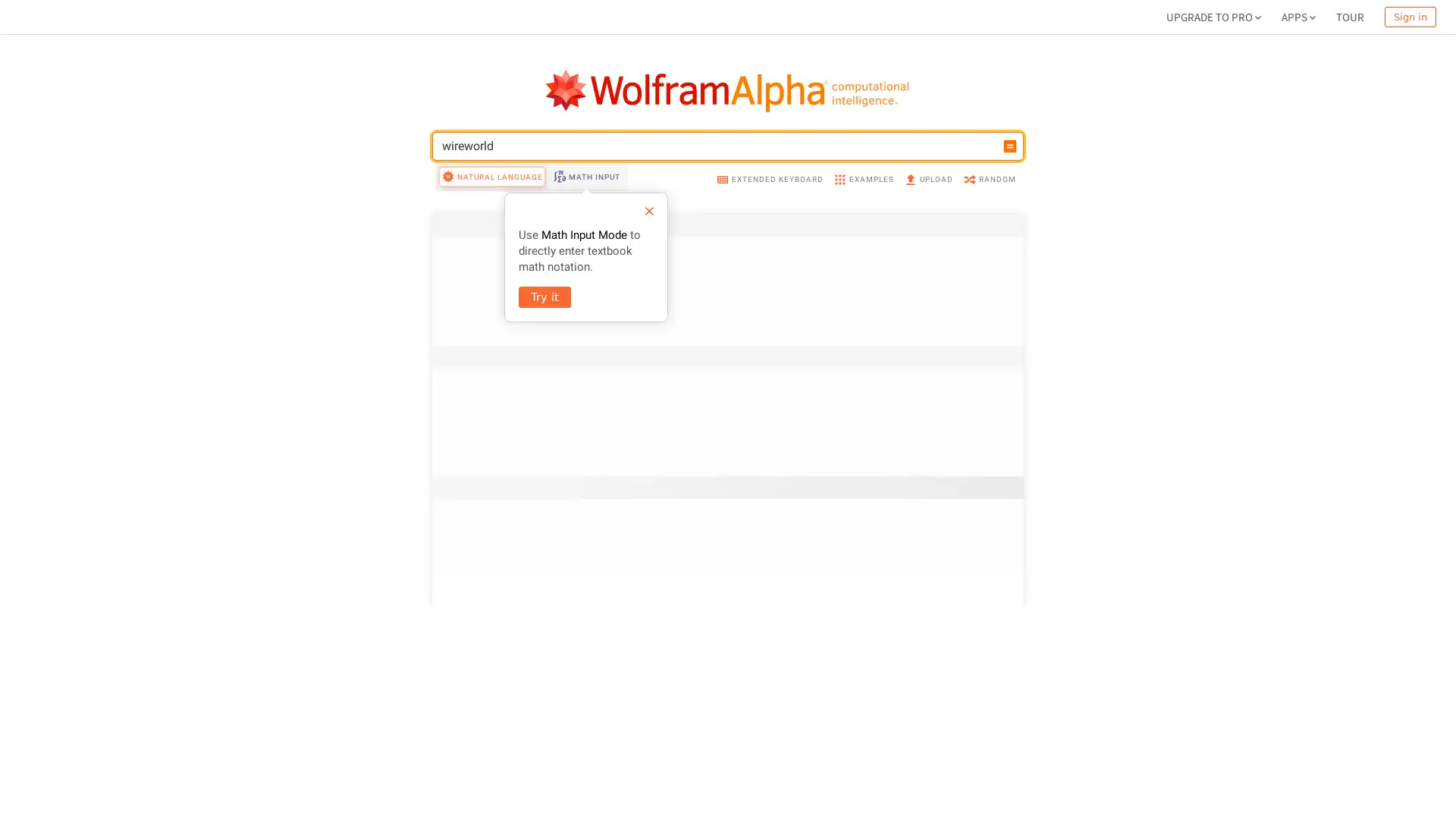  Describe the element at coordinates (769, 307) in the screenshot. I see `EXTENDED KEYBOARD` at that location.